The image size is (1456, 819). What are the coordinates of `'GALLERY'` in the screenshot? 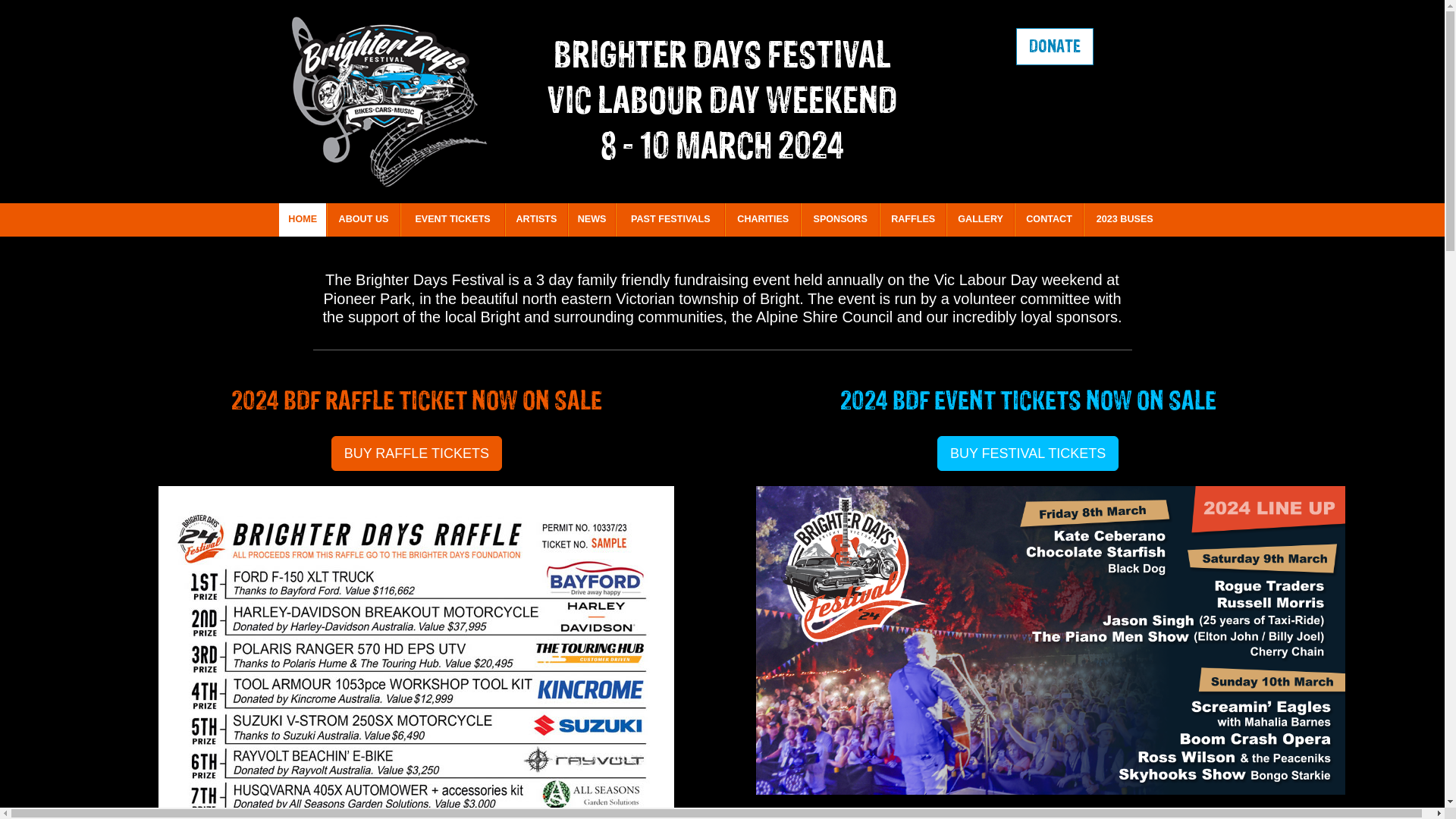 It's located at (980, 219).